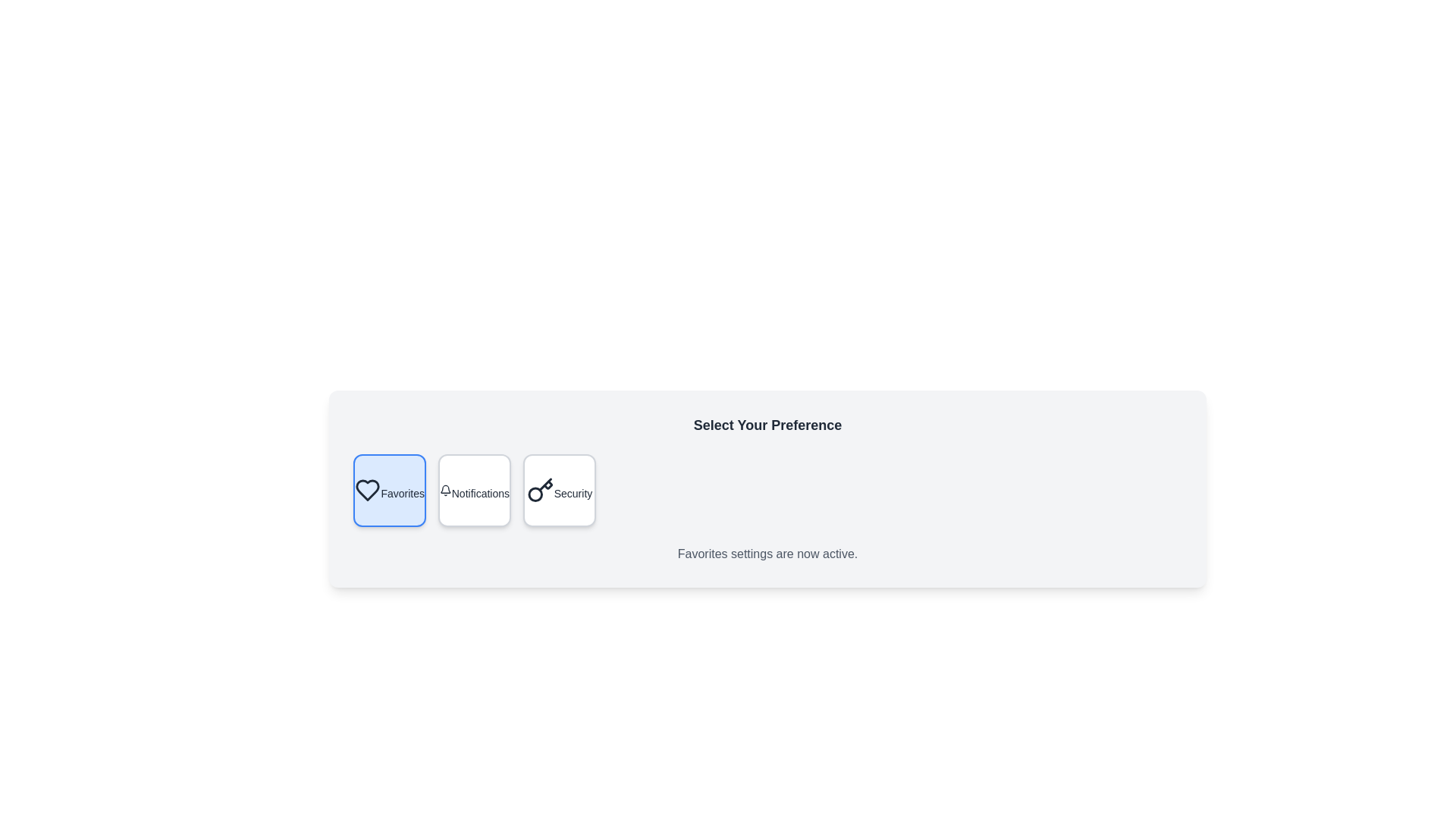  What do you see at coordinates (389, 491) in the screenshot?
I see `the preference option Favorites by clicking on the corresponding button` at bounding box center [389, 491].